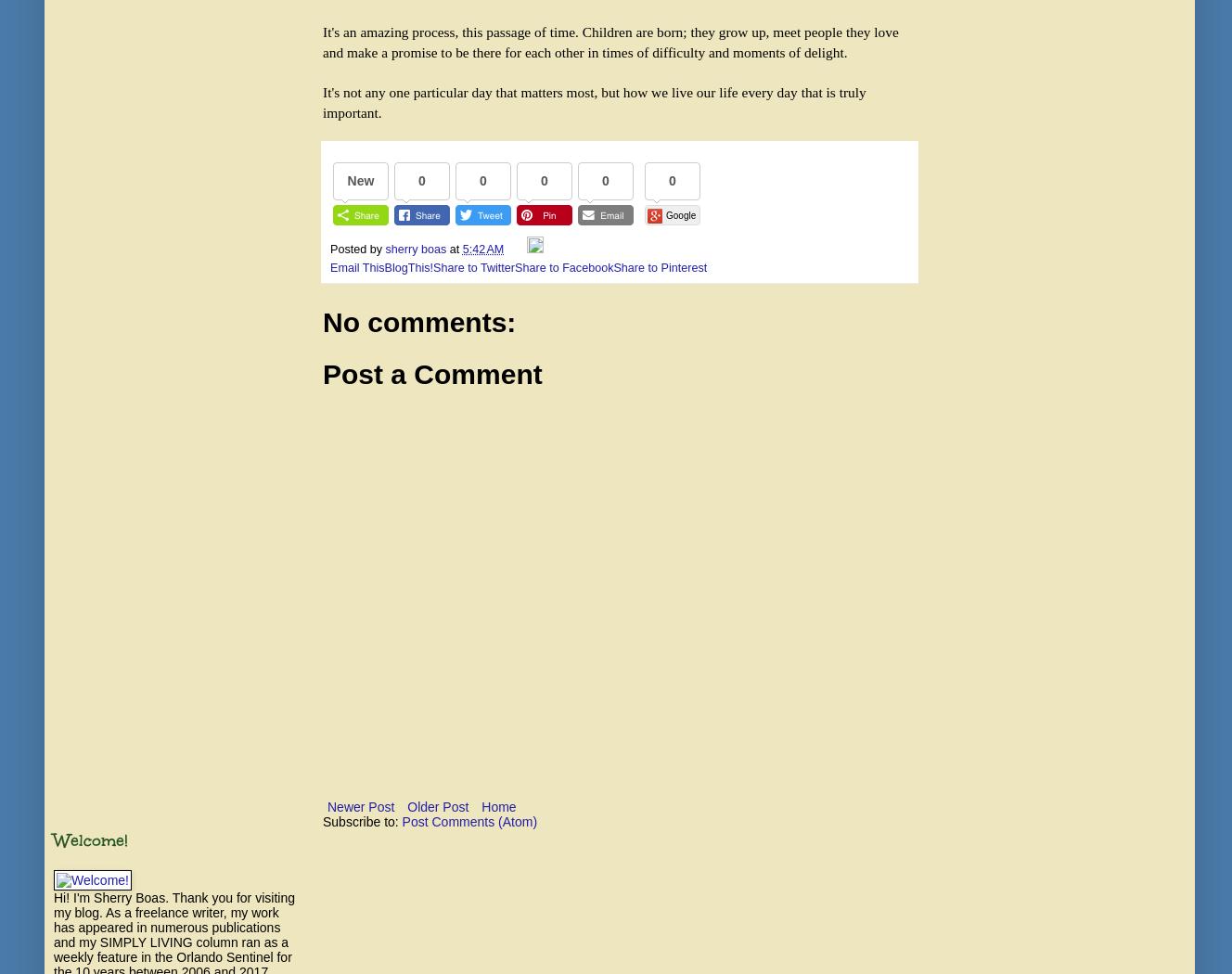  Describe the element at coordinates (356, 249) in the screenshot. I see `'Posted by'` at that location.